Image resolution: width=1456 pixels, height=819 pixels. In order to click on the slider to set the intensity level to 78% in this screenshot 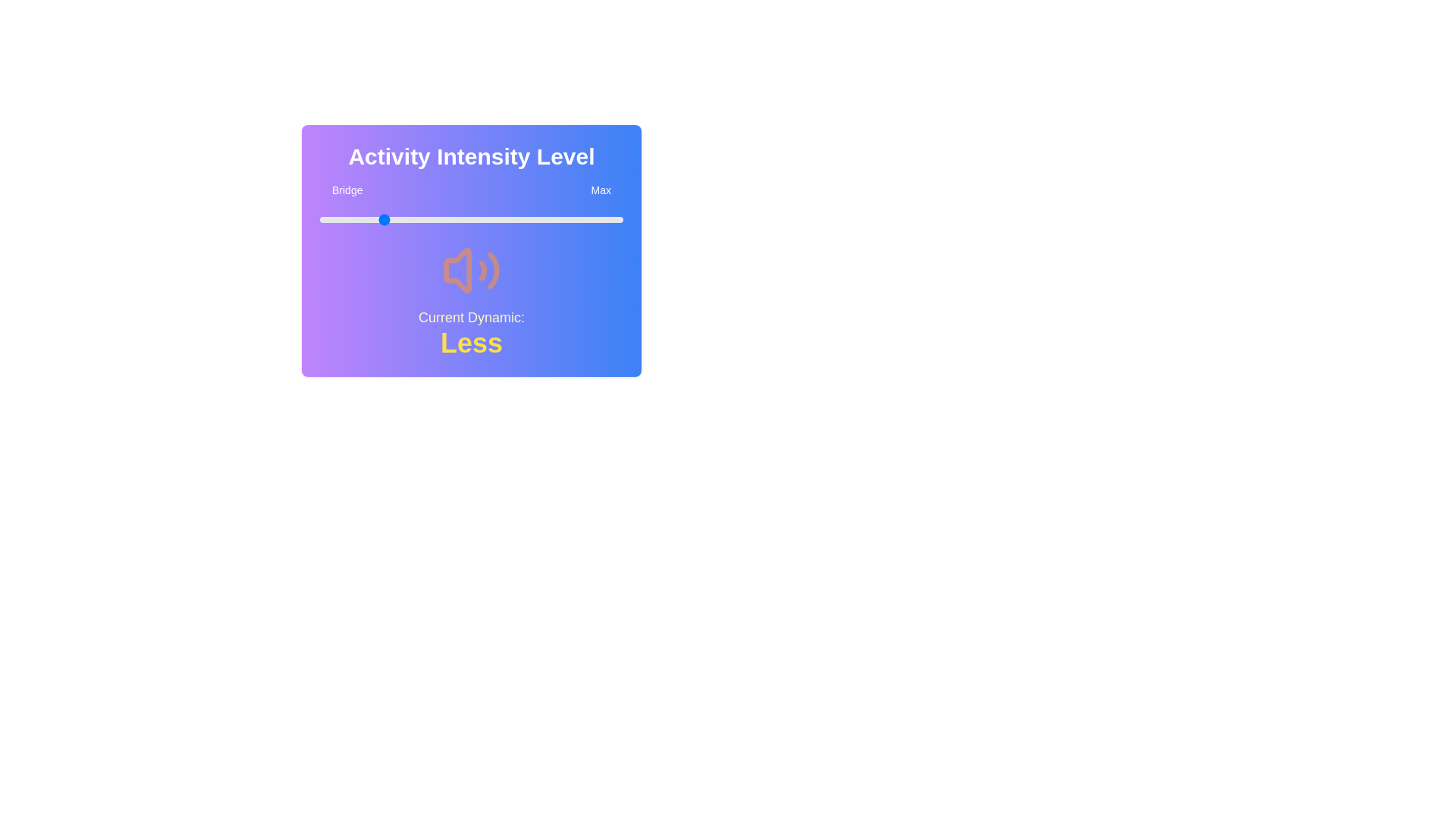, I will do `click(556, 219)`.